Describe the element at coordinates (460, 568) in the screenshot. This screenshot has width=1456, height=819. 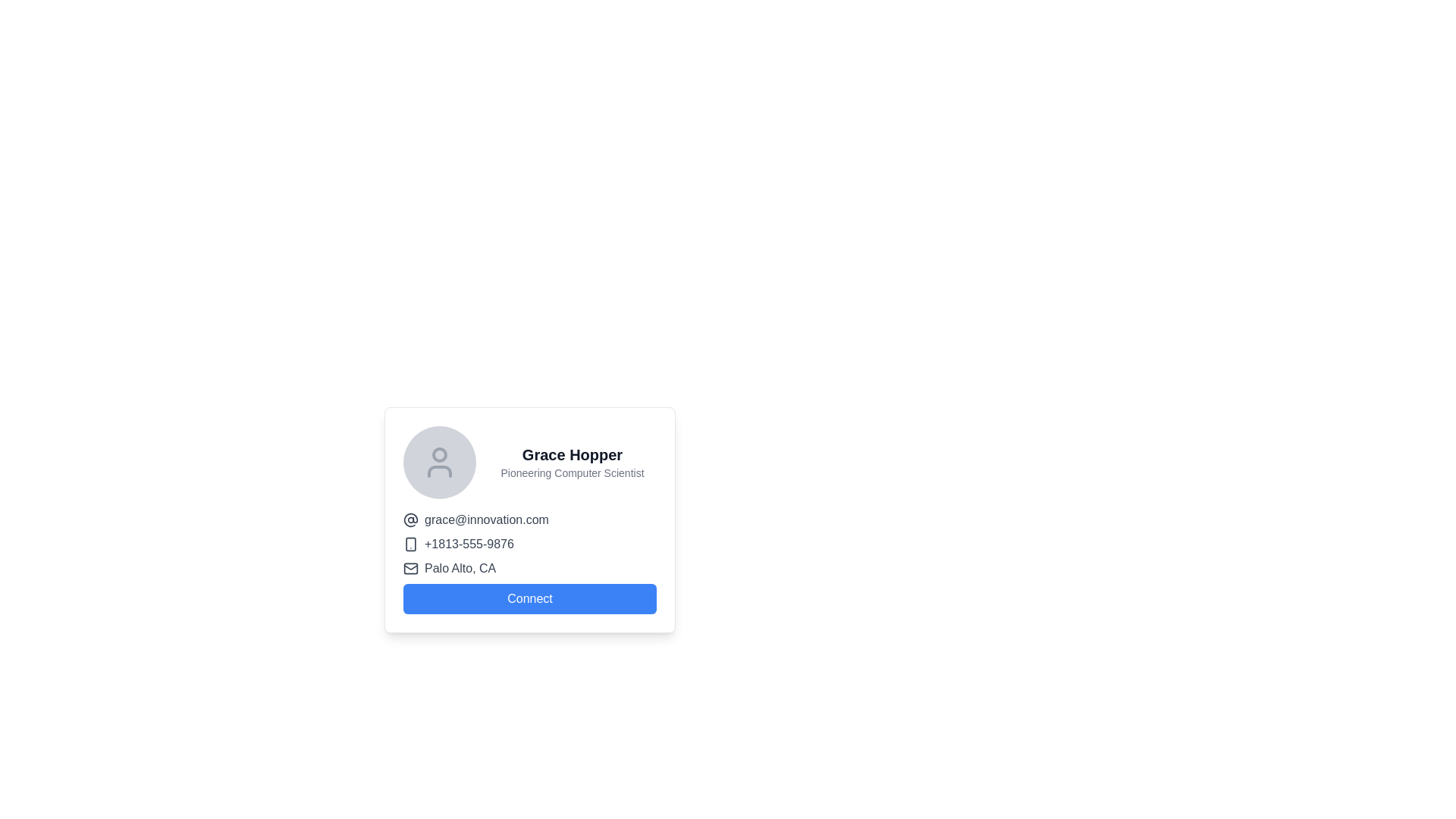
I see `the text label displaying 'Palo Alto, CA' located in the bottom section of the profile contact card, which is centered horizontally and adjacent to a mail icon` at that location.